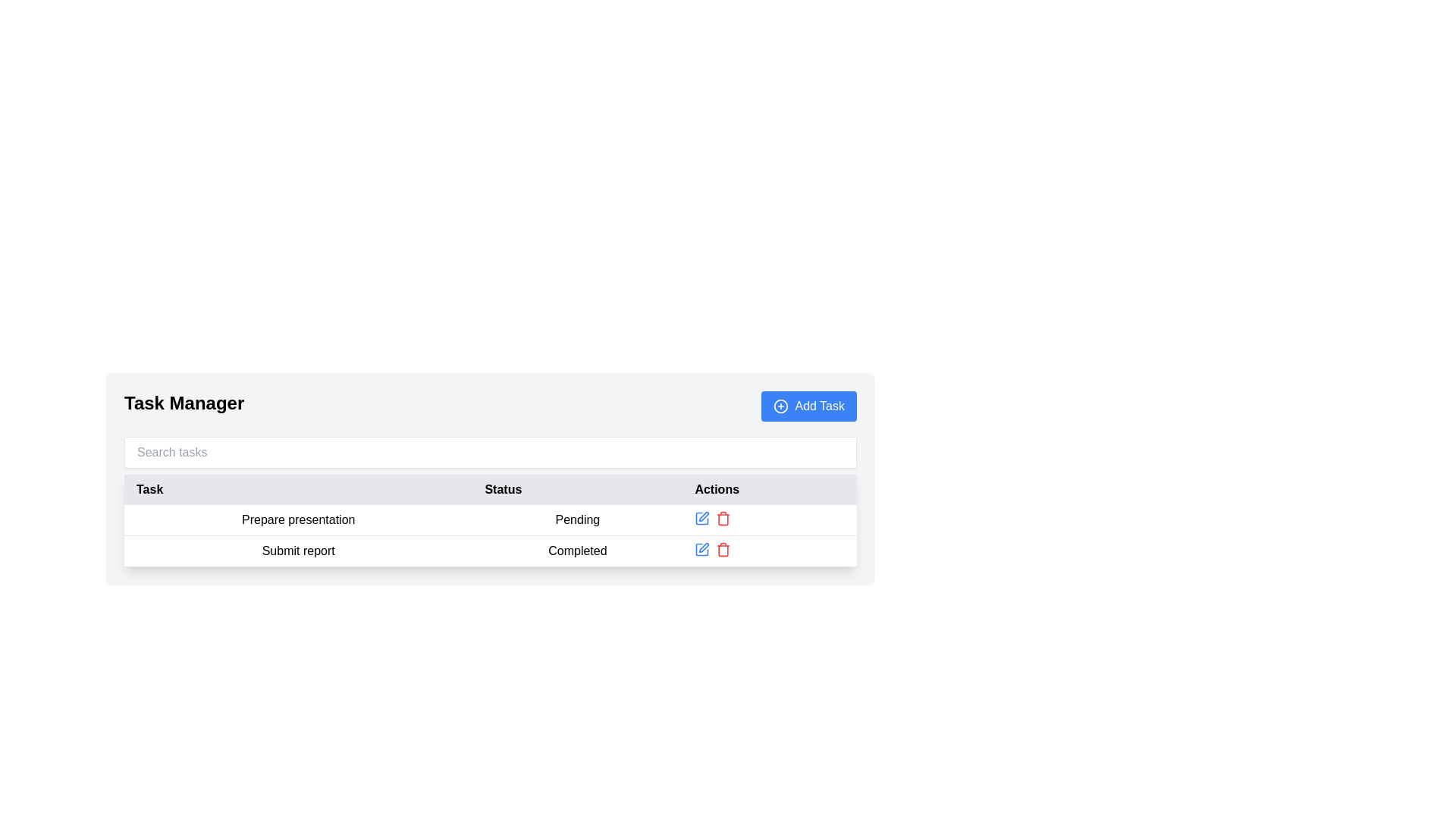 Image resolution: width=1456 pixels, height=819 pixels. I want to click on the trash bin icon button in the 'Actions' column, second row of the table, to change its visual state, so click(723, 550).